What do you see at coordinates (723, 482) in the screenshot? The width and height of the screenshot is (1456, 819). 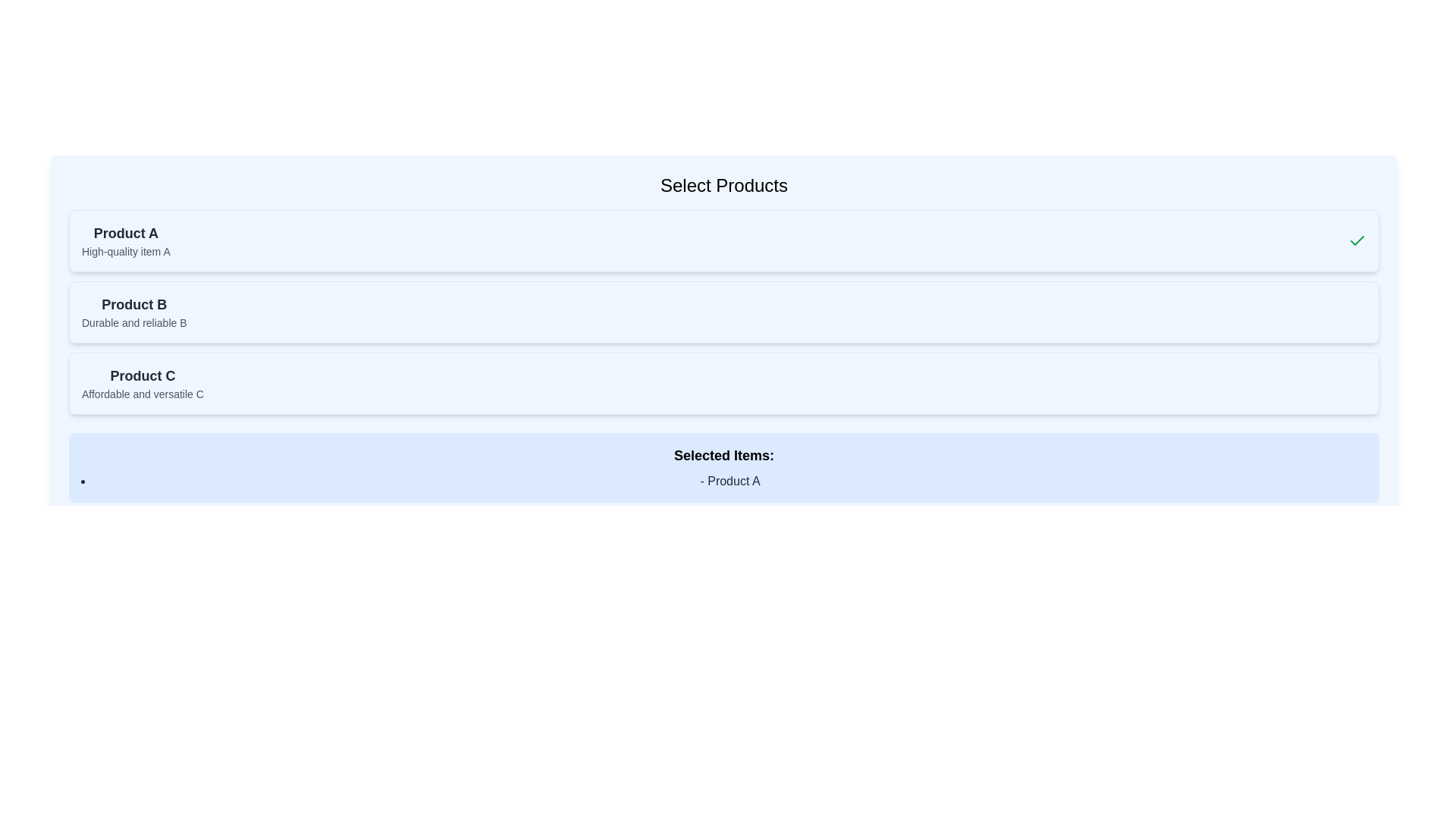 I see `the text label displaying 'Product A', which is the first item listed under the heading 'Selected Items:' in a light blue box at the bottom of the page` at bounding box center [723, 482].